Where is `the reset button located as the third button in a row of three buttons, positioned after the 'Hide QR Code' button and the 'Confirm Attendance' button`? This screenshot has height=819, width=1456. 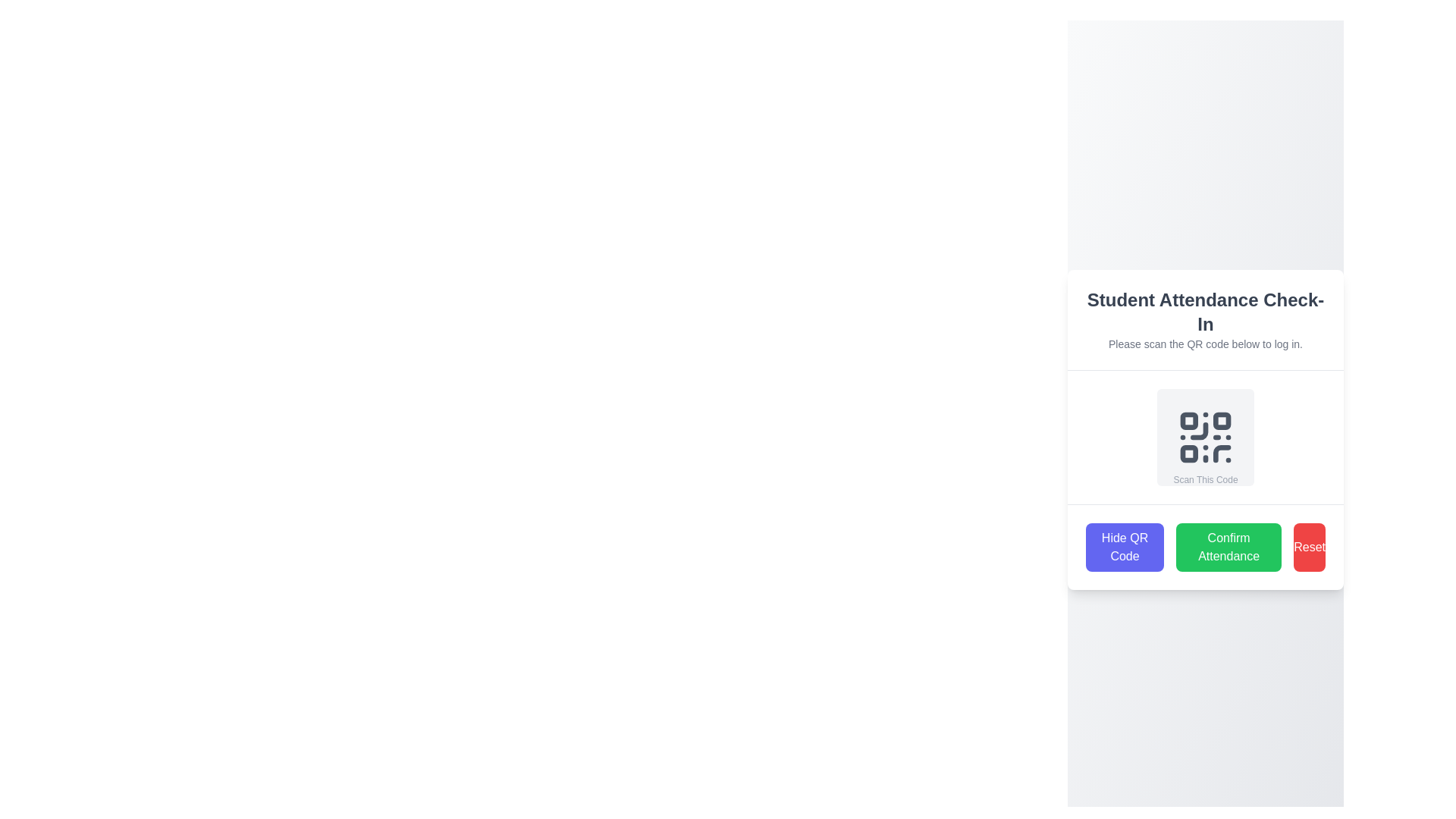
the reset button located as the third button in a row of three buttons, positioned after the 'Hide QR Code' button and the 'Confirm Attendance' button is located at coordinates (1309, 547).